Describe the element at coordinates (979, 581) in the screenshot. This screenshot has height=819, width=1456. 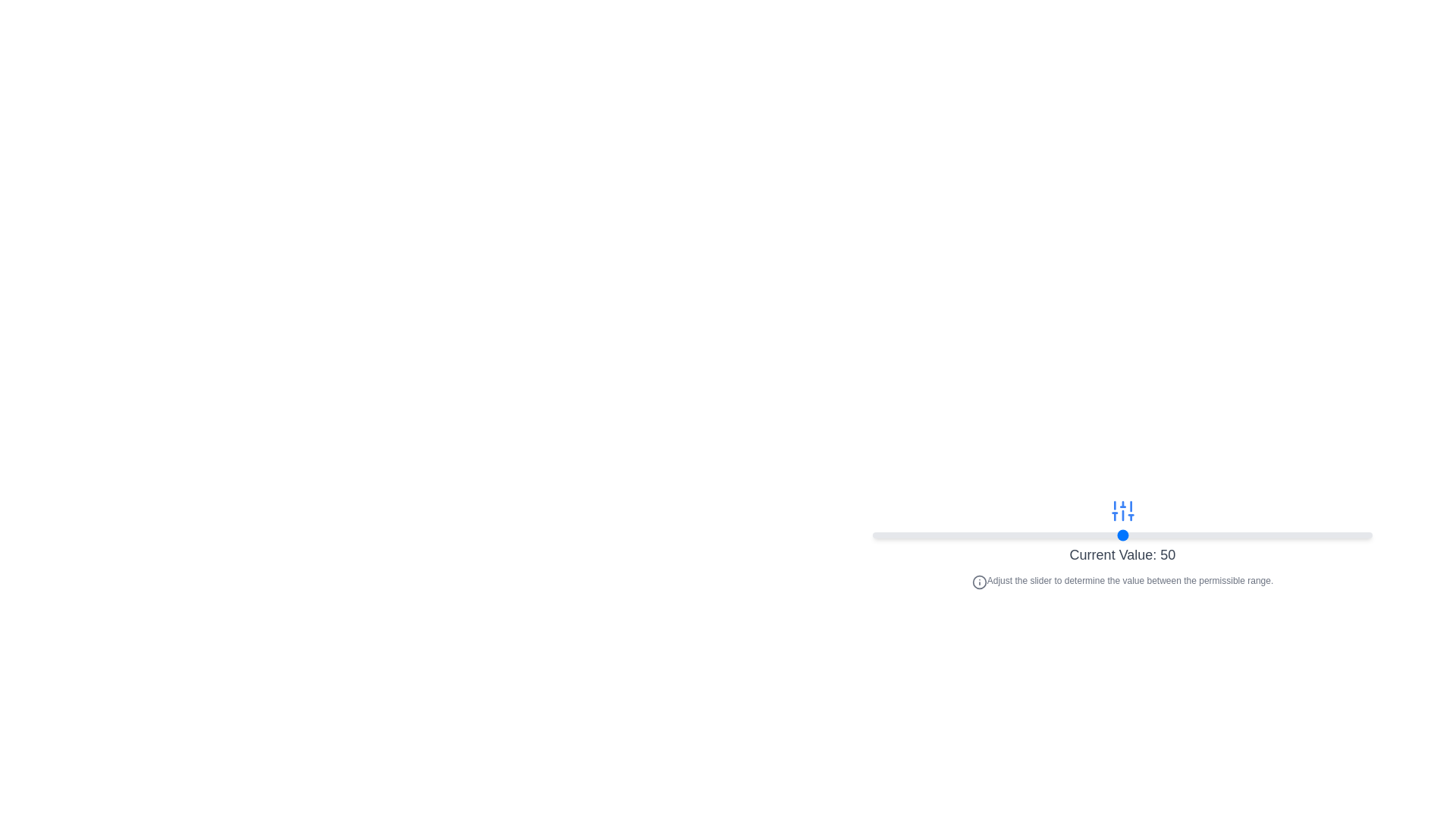
I see `the Circle SVG graphical element, which serves as an illustrative component within the UI, located in the bottom middle section of the page layout` at that location.